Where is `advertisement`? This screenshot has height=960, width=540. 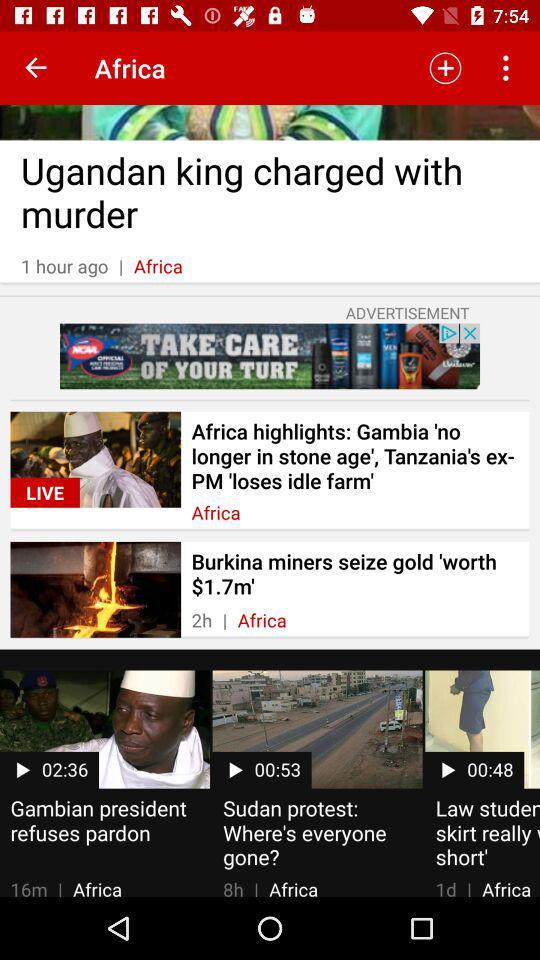
advertisement is located at coordinates (270, 356).